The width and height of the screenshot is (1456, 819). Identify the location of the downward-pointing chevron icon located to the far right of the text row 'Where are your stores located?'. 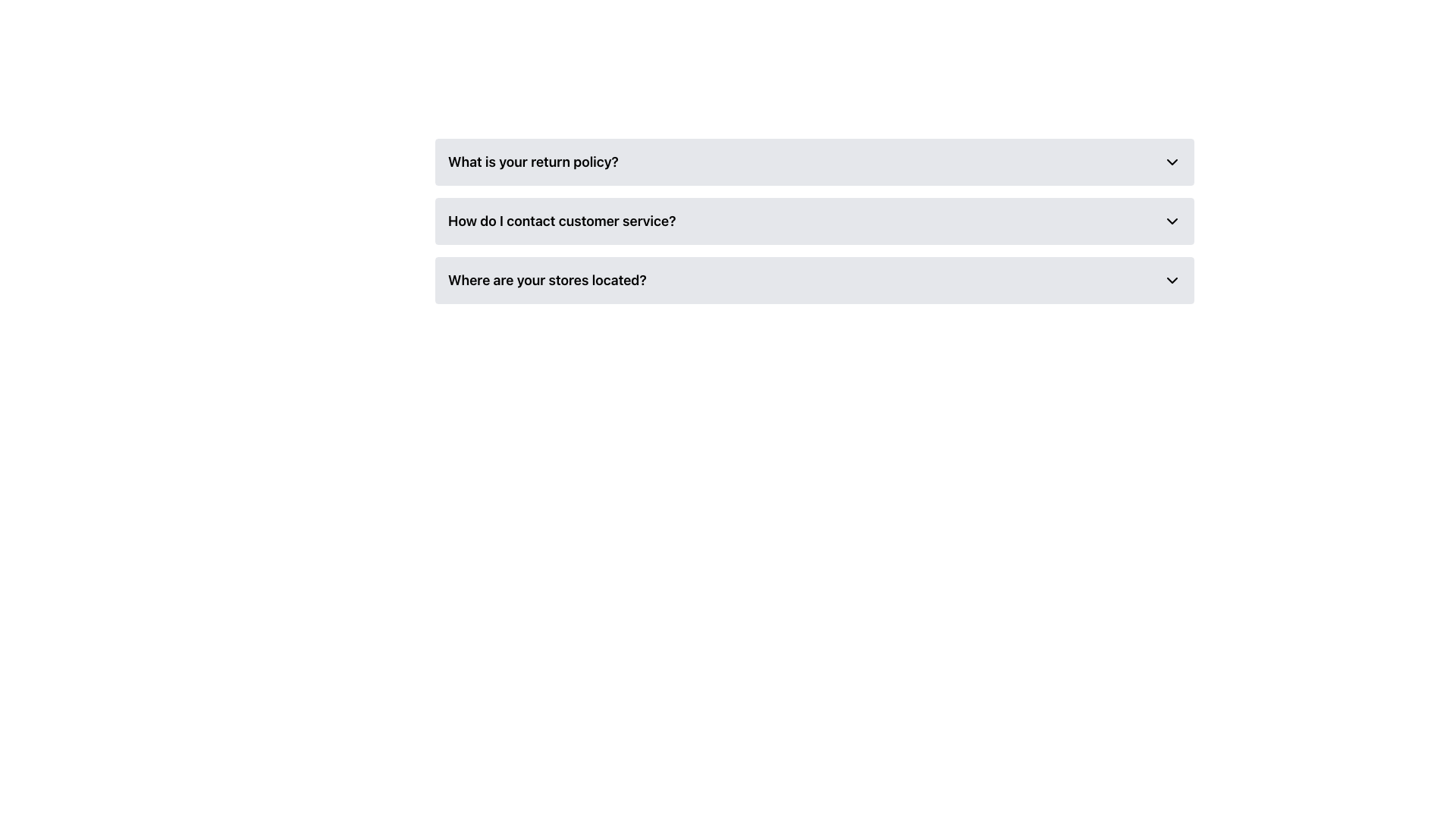
(1171, 281).